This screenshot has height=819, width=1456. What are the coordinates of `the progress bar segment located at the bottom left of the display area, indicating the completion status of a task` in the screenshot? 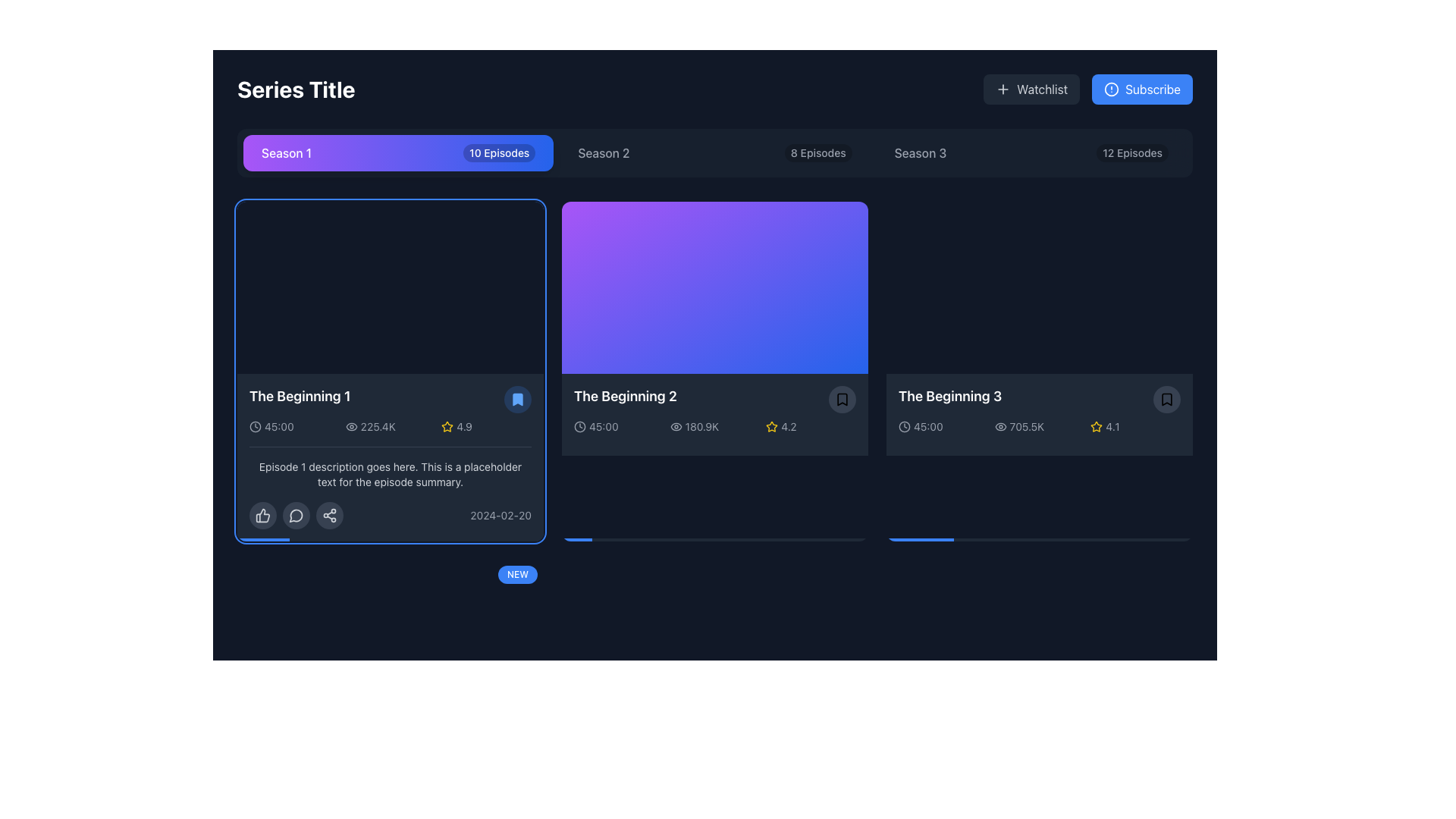 It's located at (576, 539).